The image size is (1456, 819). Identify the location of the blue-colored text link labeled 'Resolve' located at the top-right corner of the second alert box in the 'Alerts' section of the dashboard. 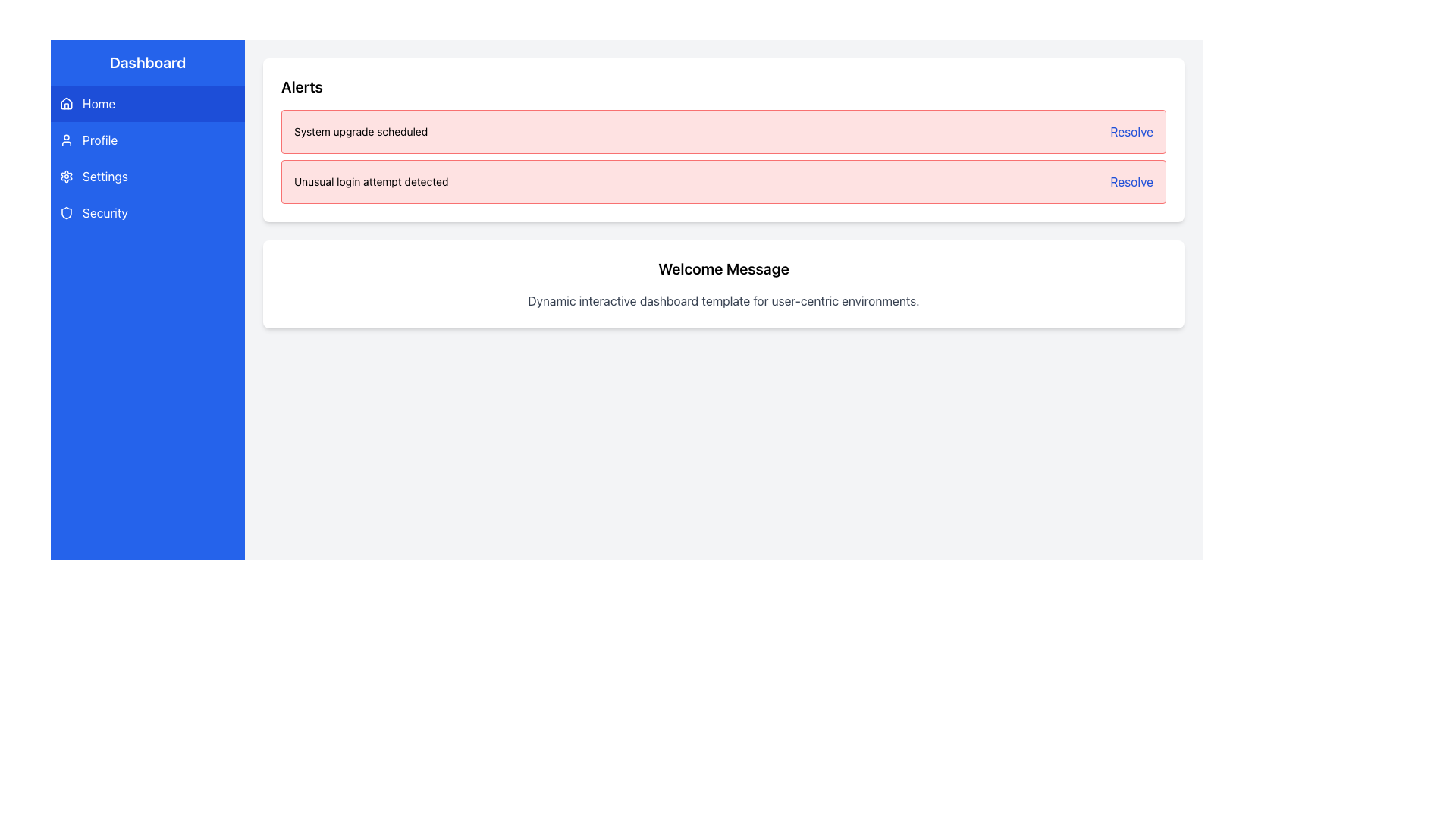
(1131, 180).